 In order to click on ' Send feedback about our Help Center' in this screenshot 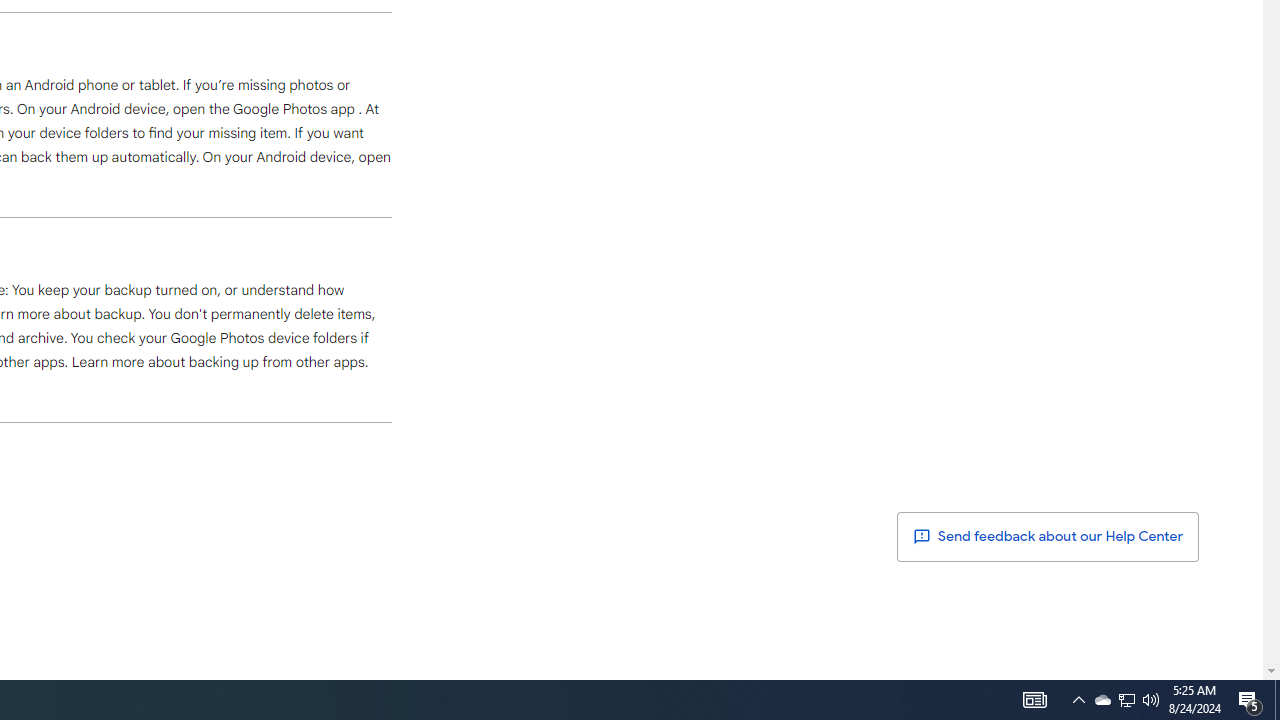, I will do `click(1047, 536)`.